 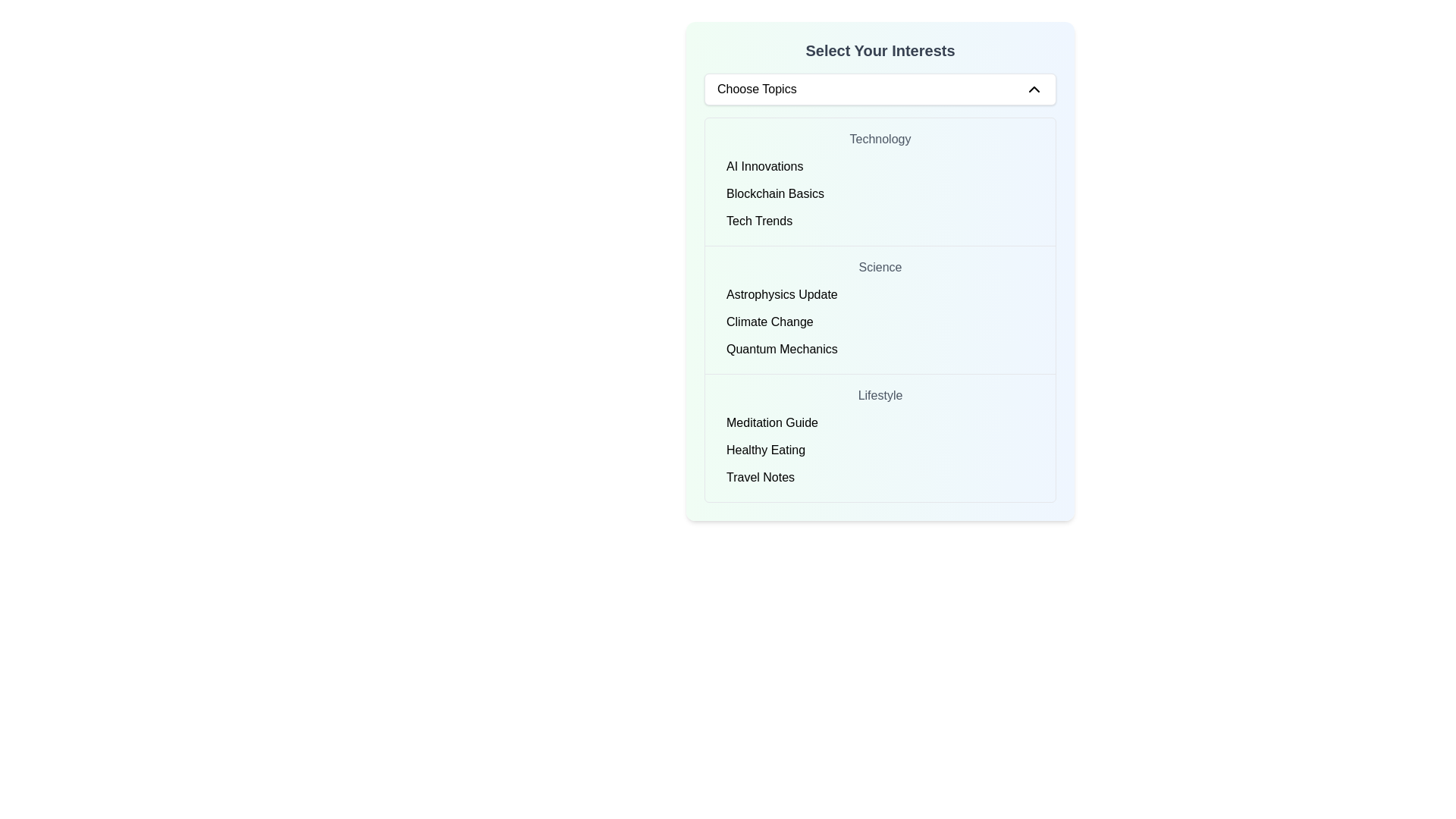 I want to click on the third item in the vertical list of topics under the 'Technology' category, so click(x=880, y=221).